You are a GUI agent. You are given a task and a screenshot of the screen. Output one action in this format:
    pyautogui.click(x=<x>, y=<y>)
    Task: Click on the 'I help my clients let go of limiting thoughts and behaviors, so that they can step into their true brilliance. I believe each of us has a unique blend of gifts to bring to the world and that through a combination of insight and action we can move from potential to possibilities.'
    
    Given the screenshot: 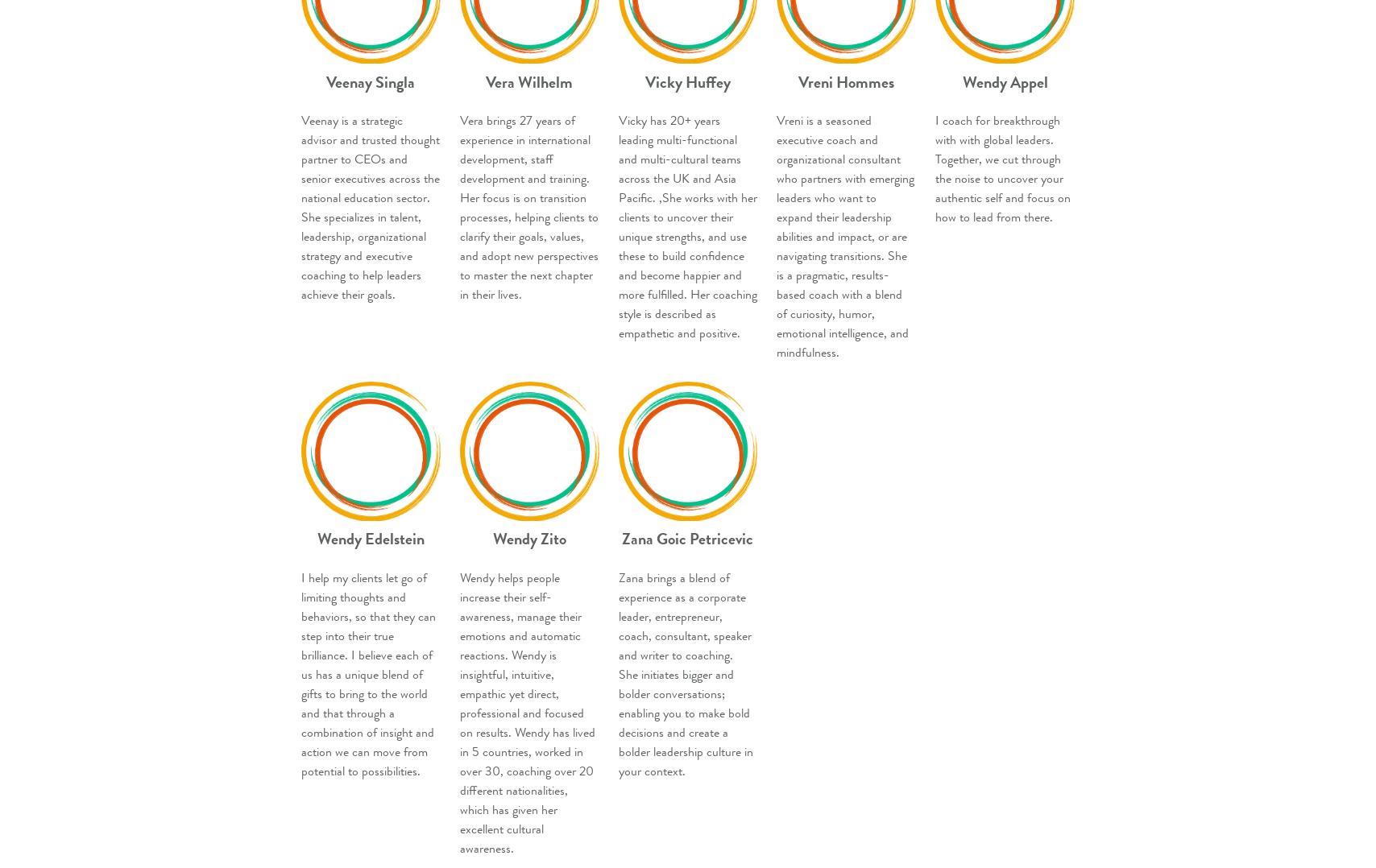 What is the action you would take?
    pyautogui.click(x=368, y=673)
    